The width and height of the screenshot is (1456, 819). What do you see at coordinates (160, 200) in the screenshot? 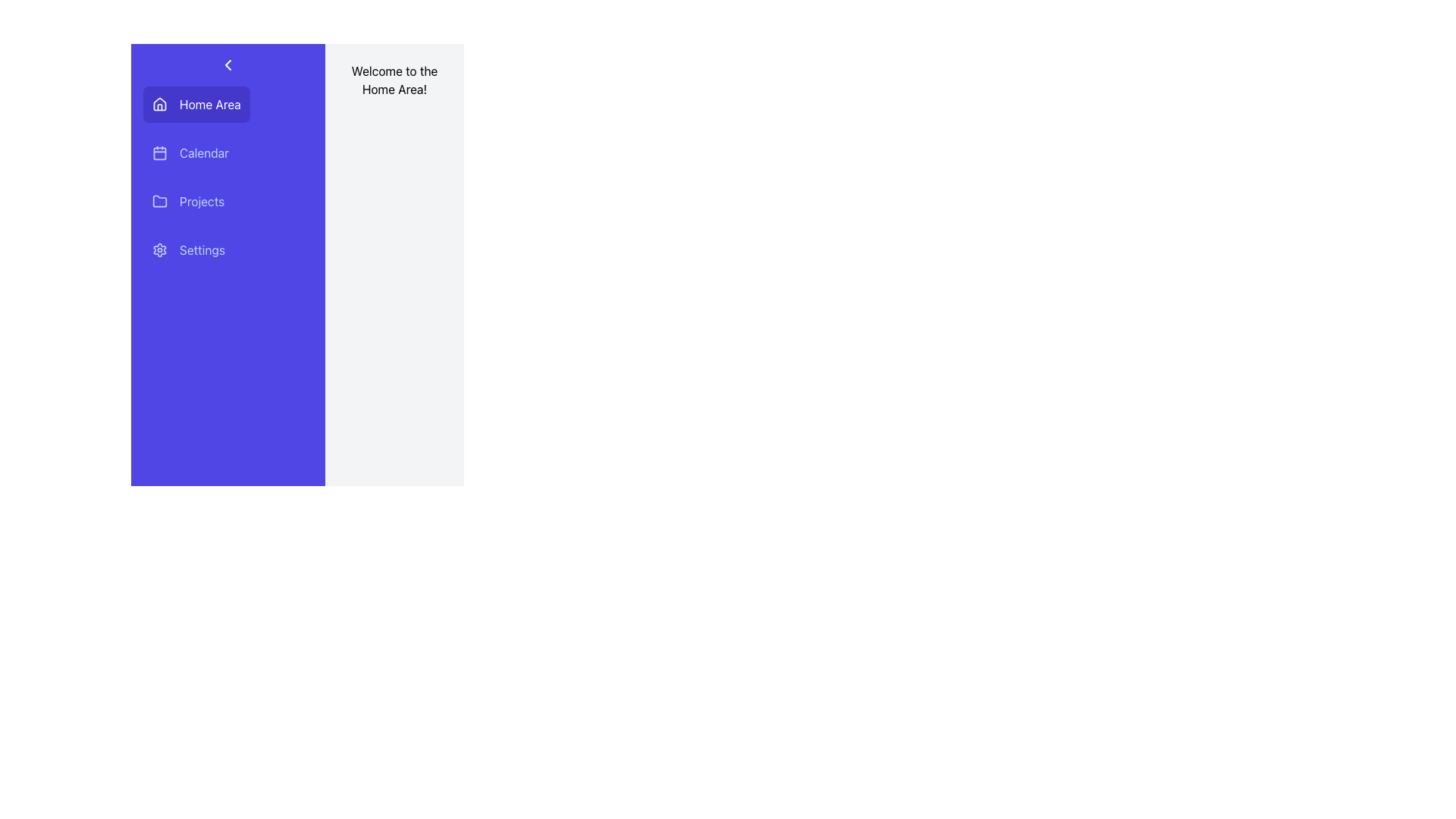
I see `the 'Projects' menu icon, which is the third icon in the menu sequence located adjacent to the 'Projects' text item` at bounding box center [160, 200].